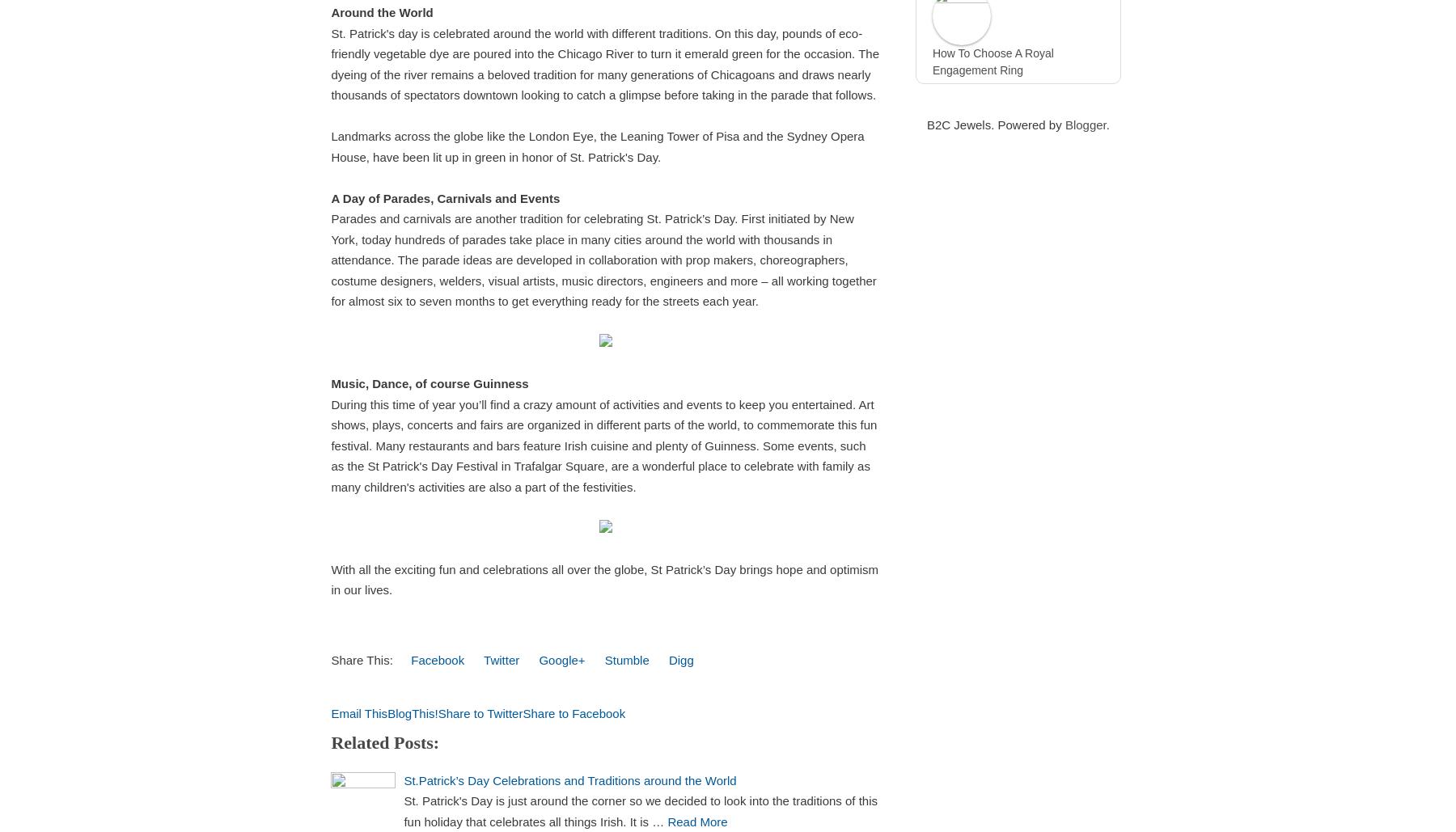 Image resolution: width=1456 pixels, height=832 pixels. I want to click on '.', so click(1107, 125).